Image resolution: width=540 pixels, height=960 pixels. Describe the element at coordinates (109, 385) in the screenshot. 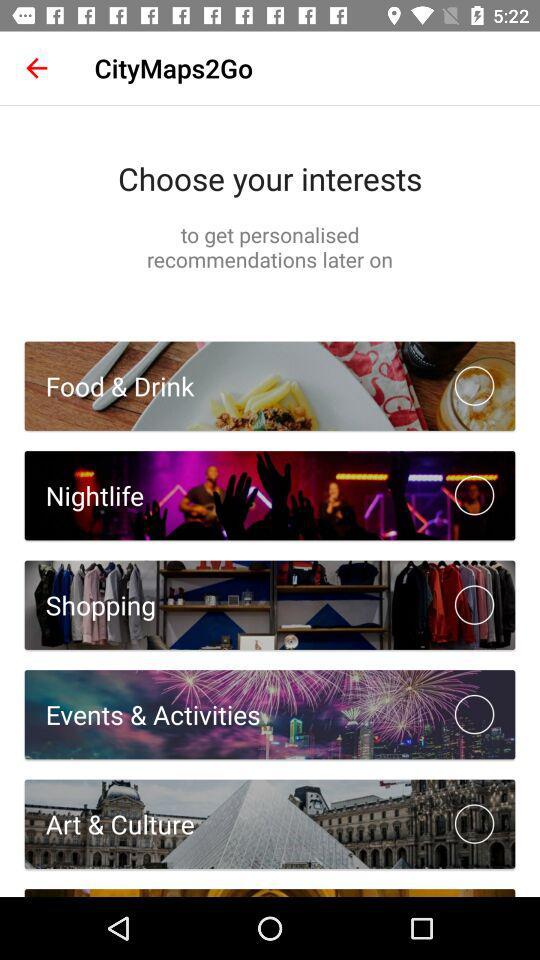

I see `item below the to get personalised icon` at that location.